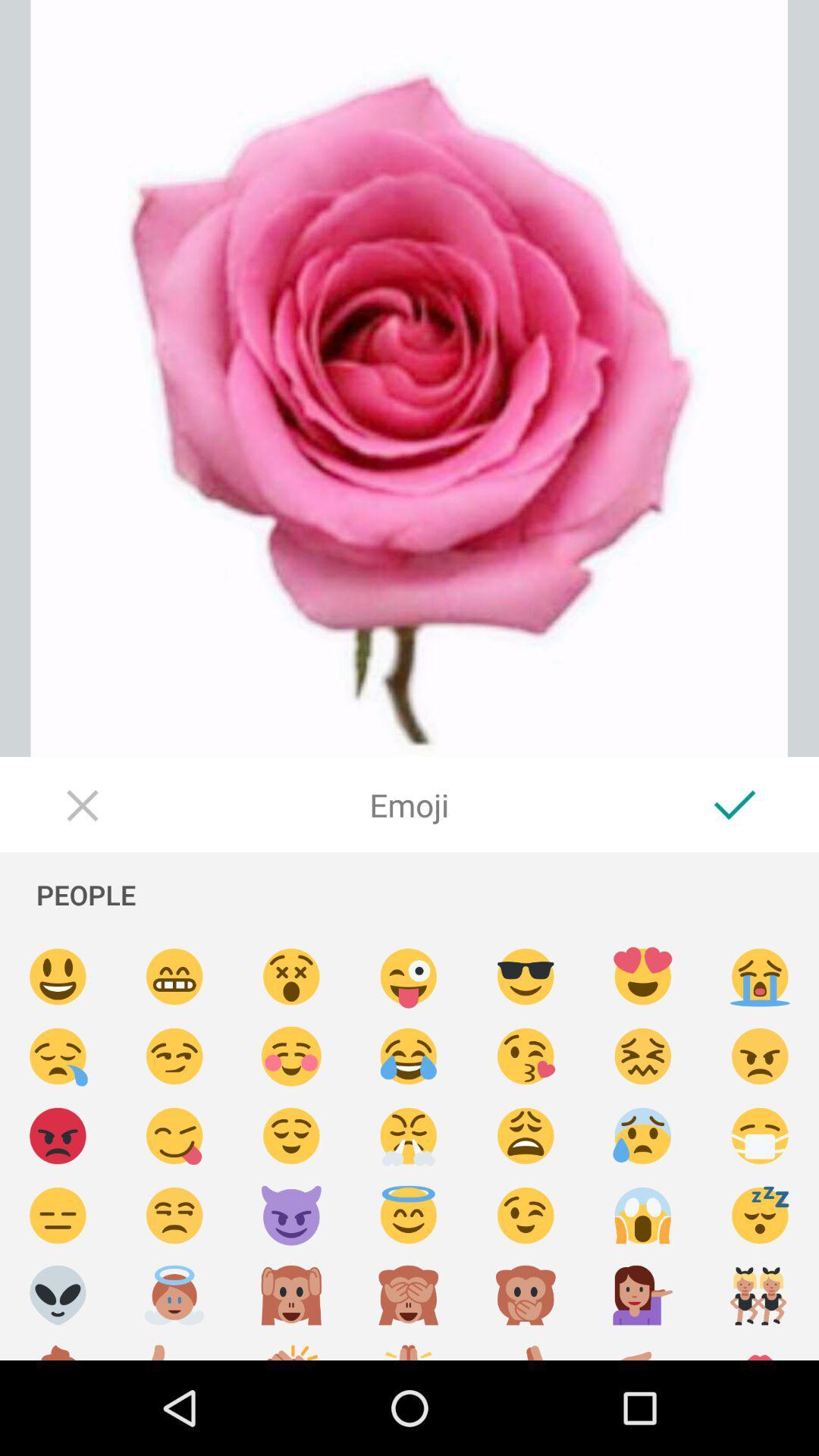 This screenshot has width=819, height=1456. What do you see at coordinates (408, 1216) in the screenshot?
I see `emoji` at bounding box center [408, 1216].